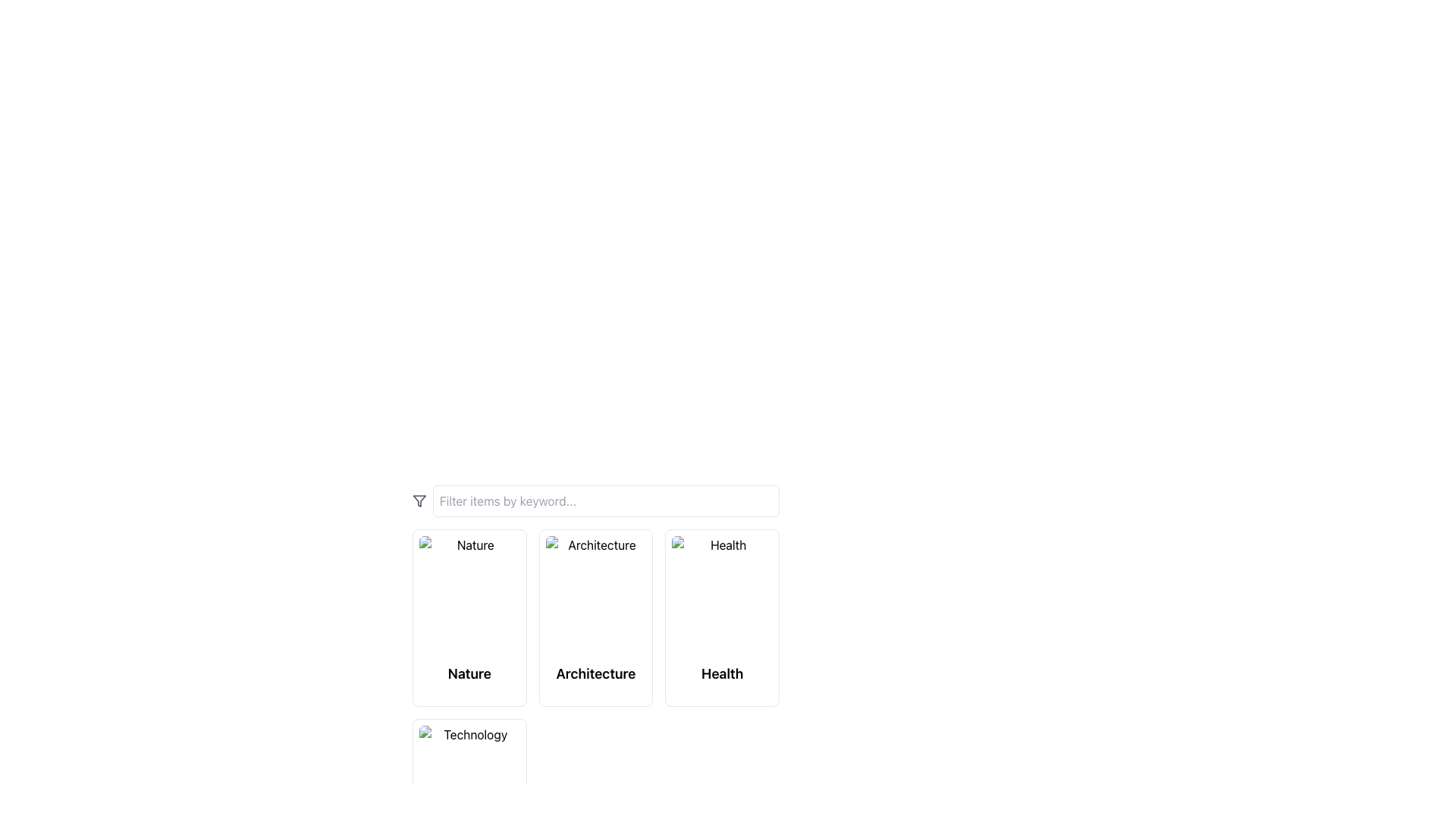 This screenshot has height=819, width=1456. What do you see at coordinates (595, 620) in the screenshot?
I see `the 'Architecture' category card, which is the second card from the left in a grid layout` at bounding box center [595, 620].